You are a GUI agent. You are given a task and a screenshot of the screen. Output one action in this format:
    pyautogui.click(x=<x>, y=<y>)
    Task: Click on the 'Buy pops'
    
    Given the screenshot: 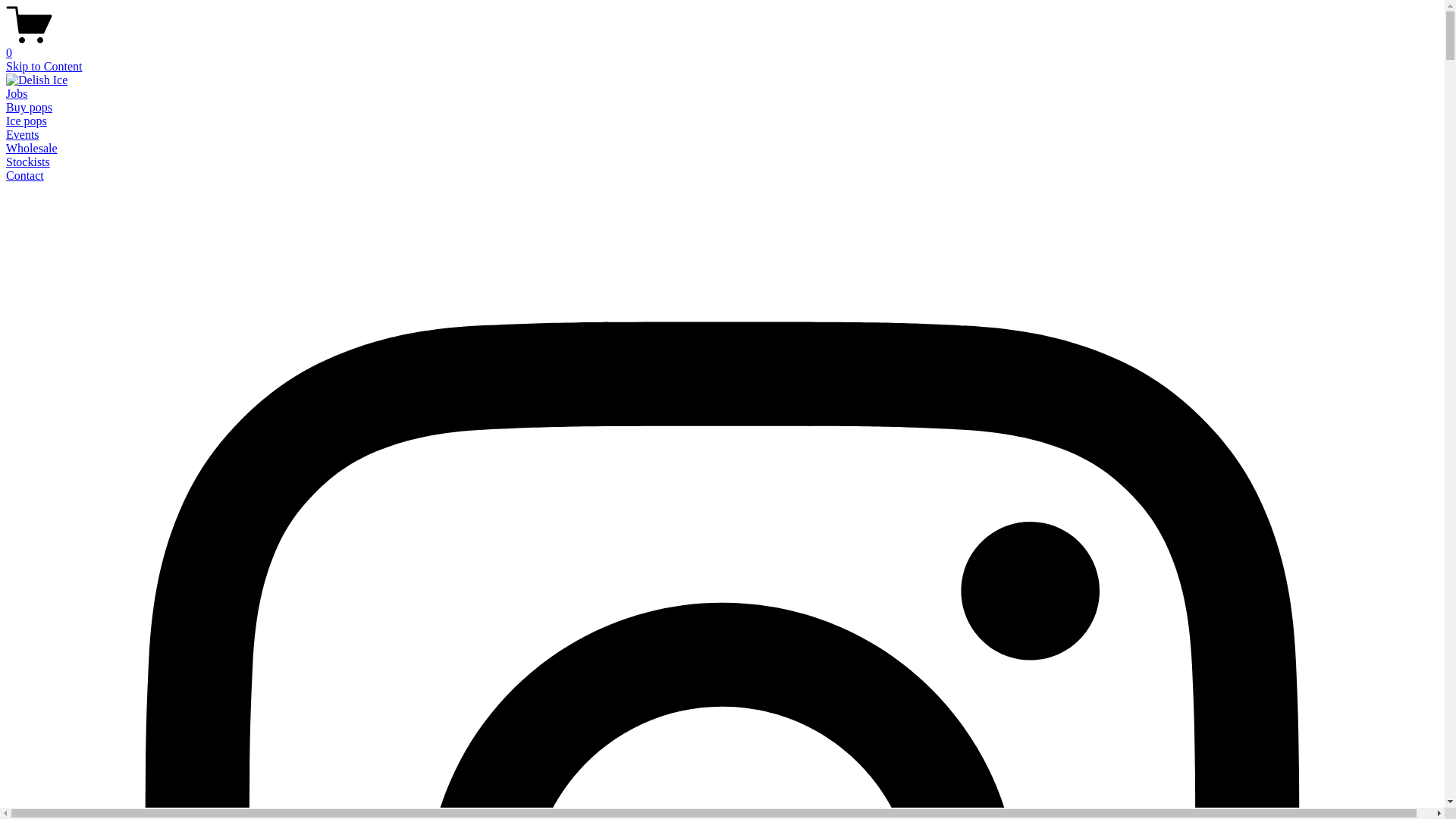 What is the action you would take?
    pyautogui.click(x=6, y=106)
    